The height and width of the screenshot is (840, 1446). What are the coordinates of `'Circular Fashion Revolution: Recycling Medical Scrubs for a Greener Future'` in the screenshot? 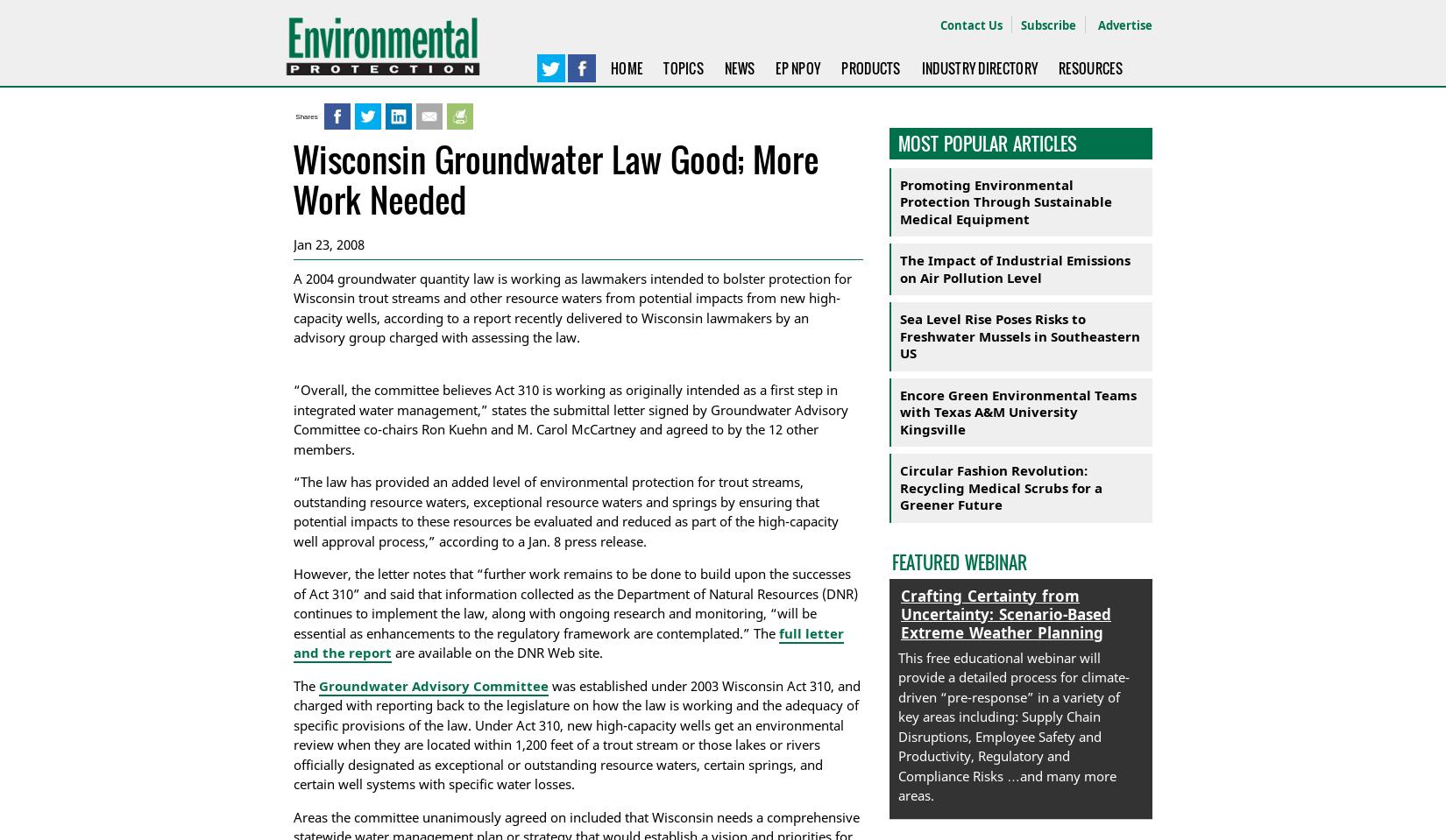 It's located at (1001, 486).